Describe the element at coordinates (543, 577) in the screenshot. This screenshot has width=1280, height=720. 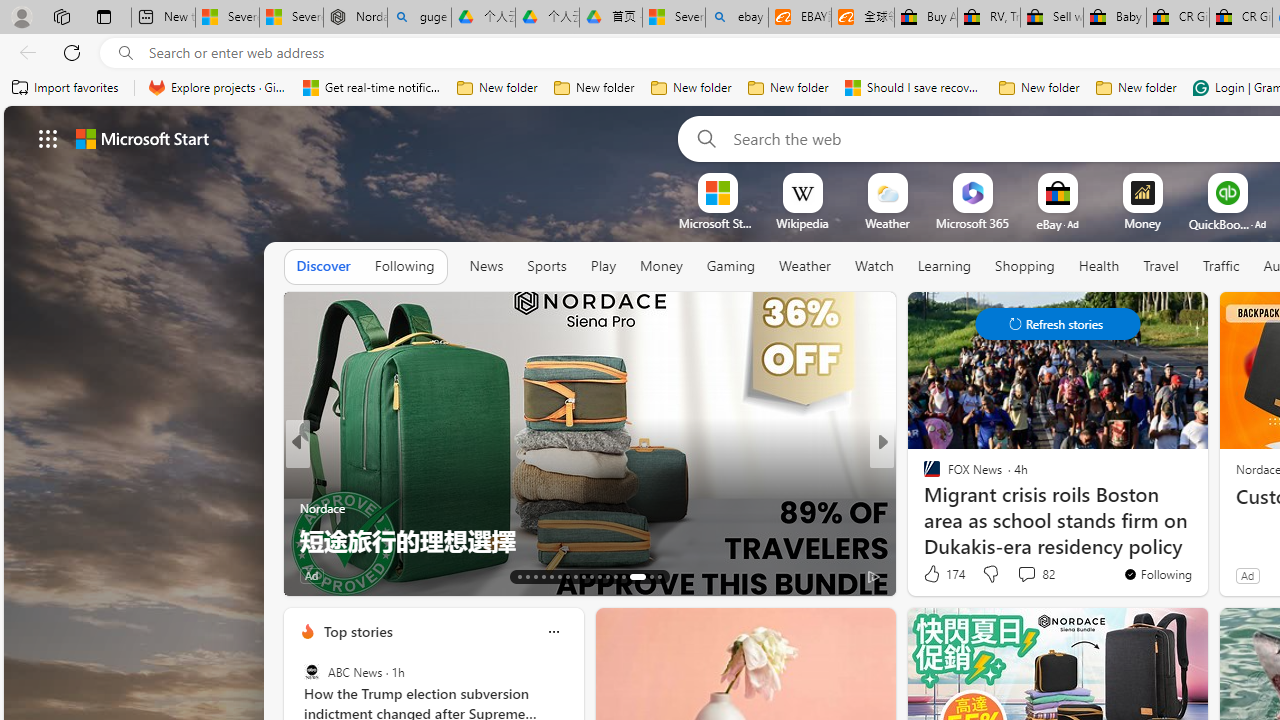
I see `'AutomationID: tab-16'` at that location.